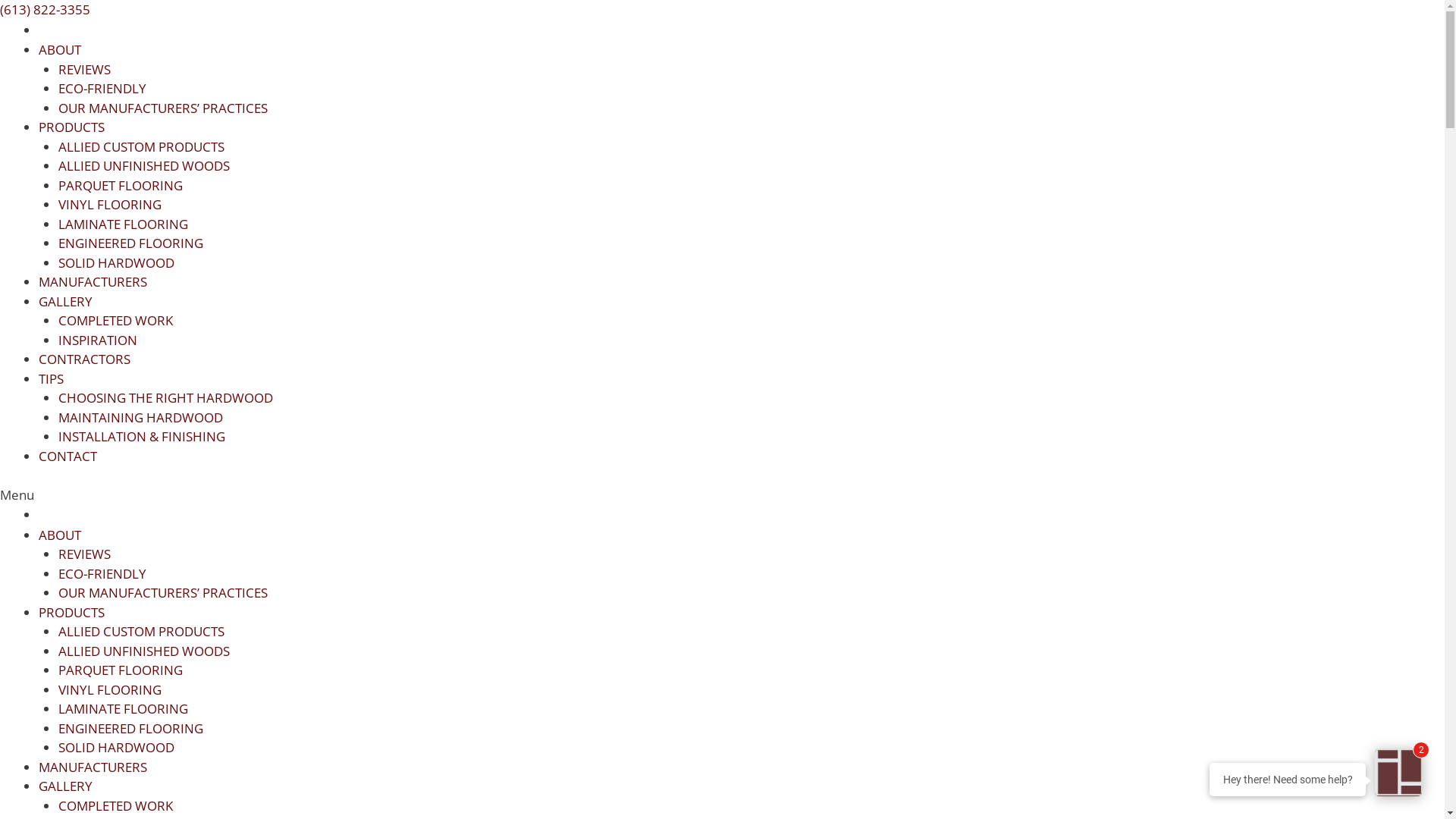 The image size is (1456, 819). What do you see at coordinates (130, 726) in the screenshot?
I see `'ENGINEERED FLOORING'` at bounding box center [130, 726].